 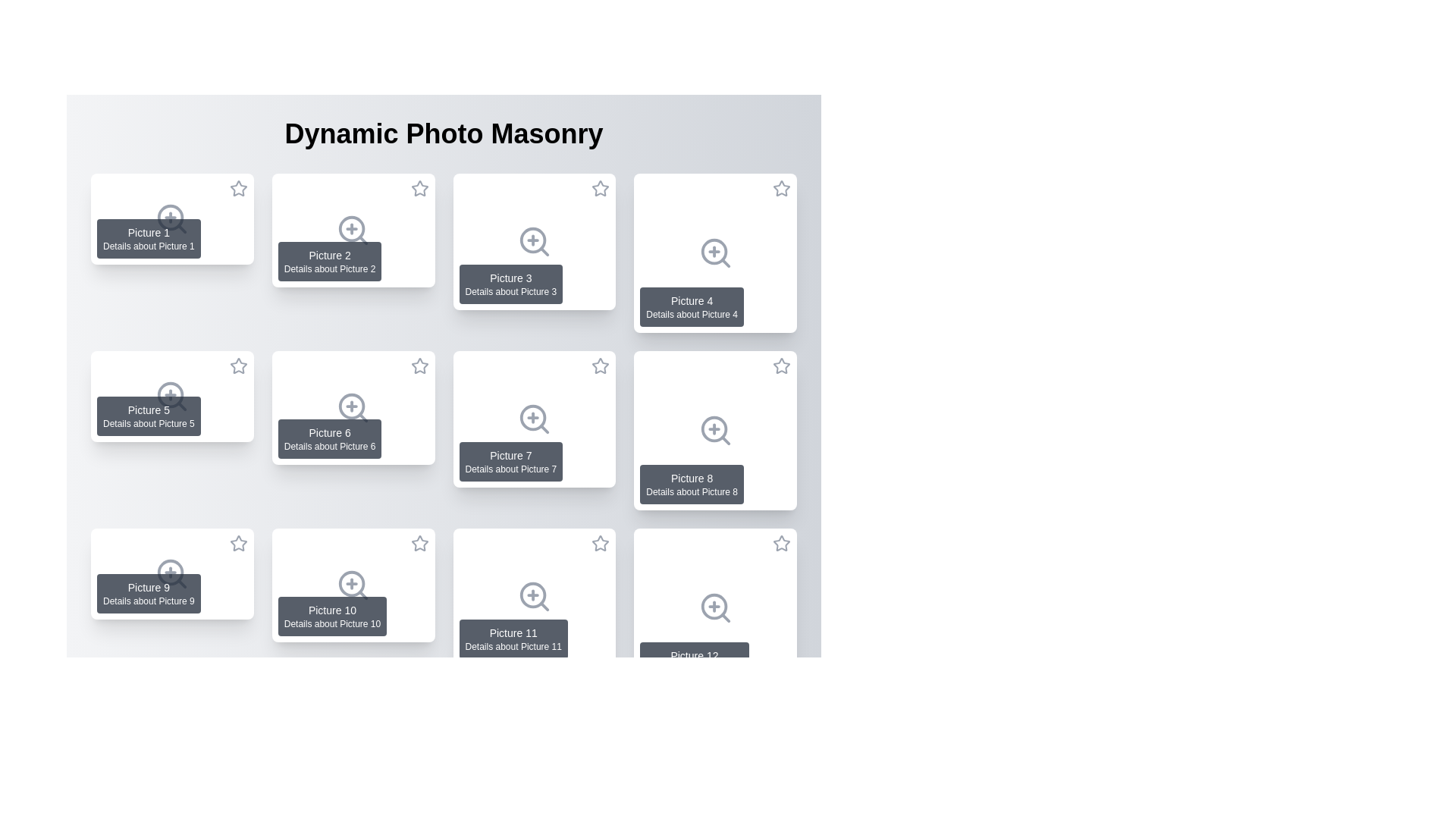 I want to click on text label that reads 'Details about Picture 7', which is located beneath the title 'Picture 7' in the caption area of the seventh picture, so click(x=510, y=468).